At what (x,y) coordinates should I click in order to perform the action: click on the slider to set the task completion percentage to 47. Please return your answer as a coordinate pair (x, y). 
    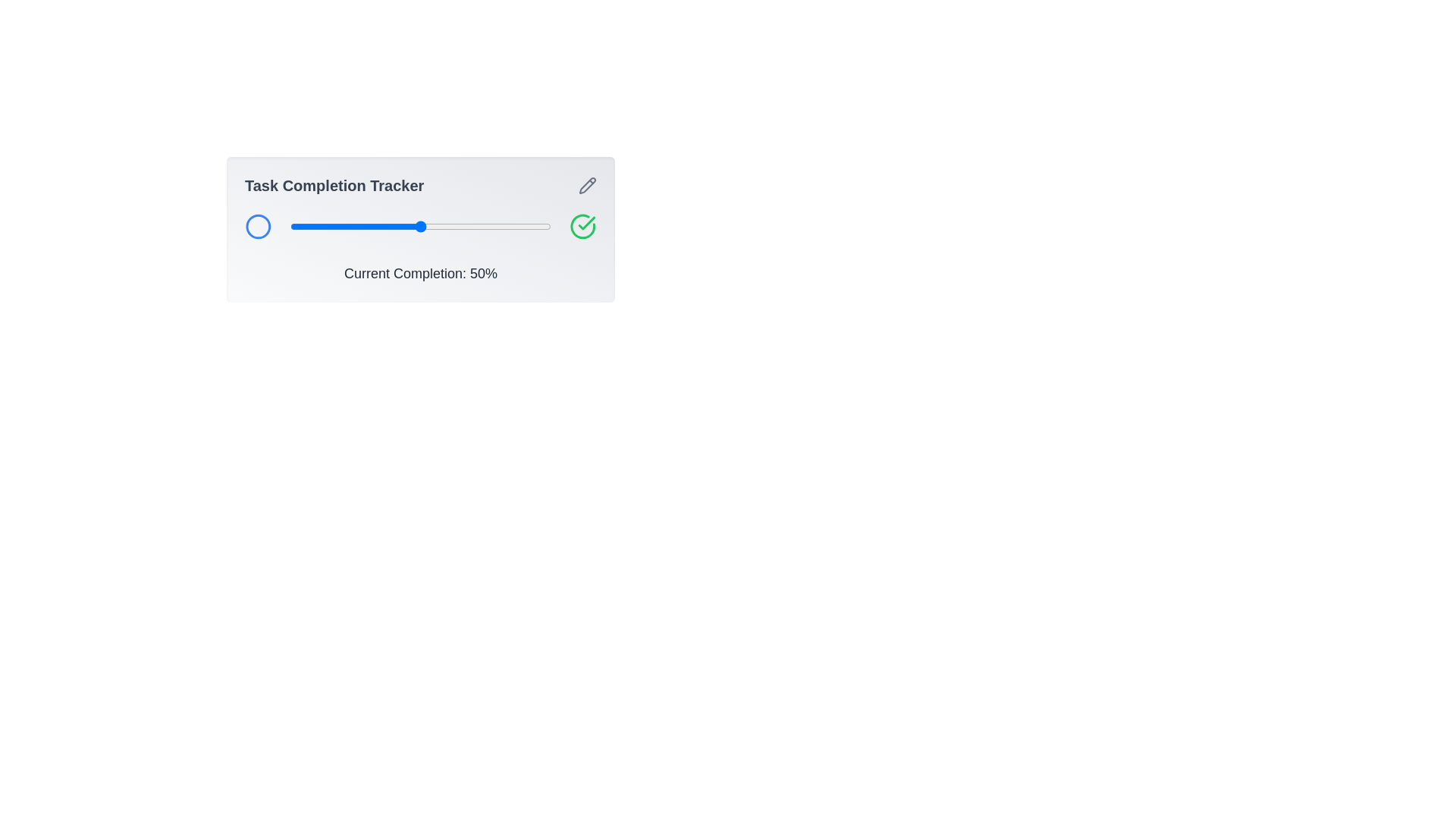
    Looking at the image, I should click on (413, 227).